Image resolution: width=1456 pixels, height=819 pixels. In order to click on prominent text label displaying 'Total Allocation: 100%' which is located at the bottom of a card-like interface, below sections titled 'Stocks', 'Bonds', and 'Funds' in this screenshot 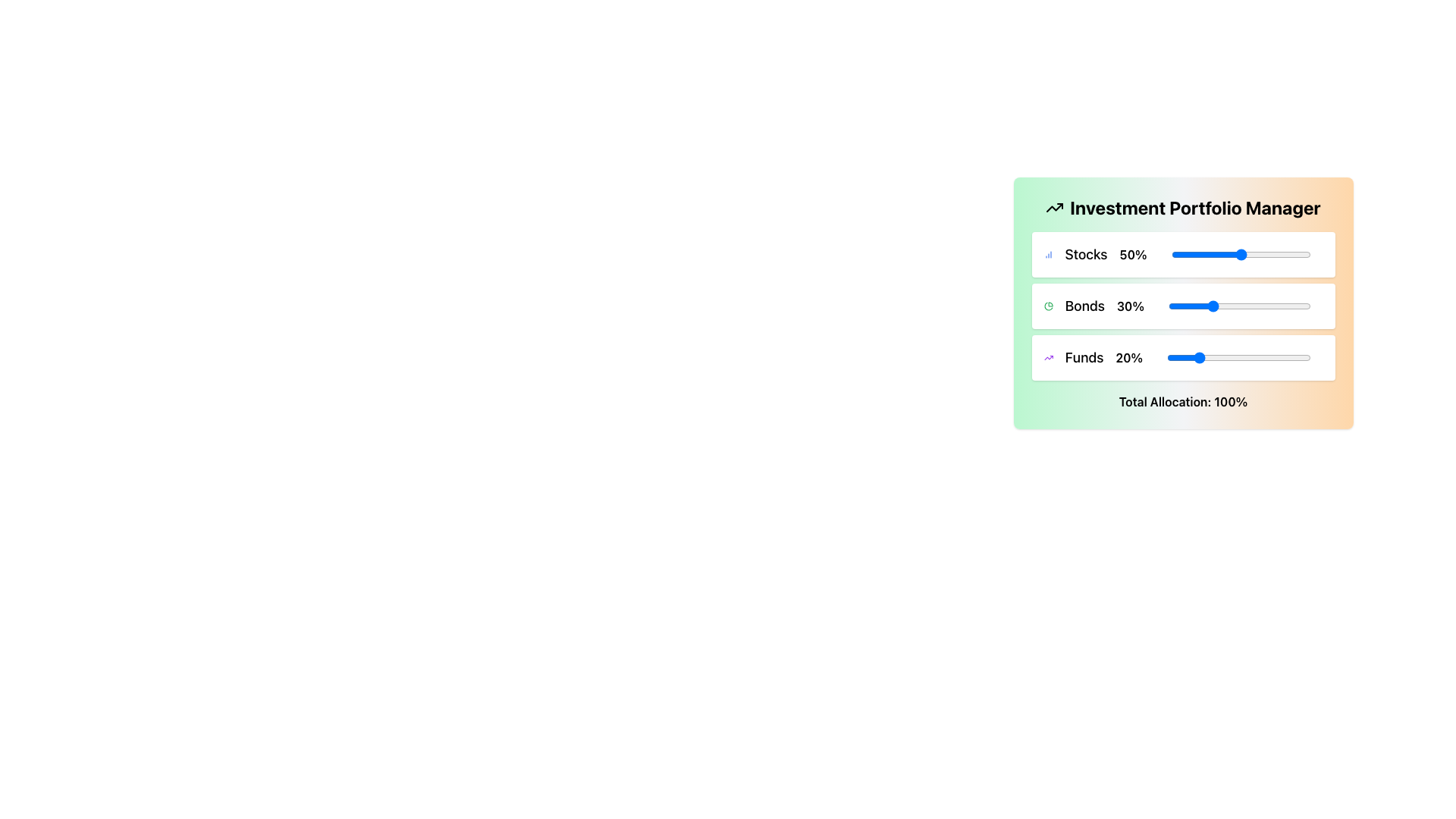, I will do `click(1182, 400)`.